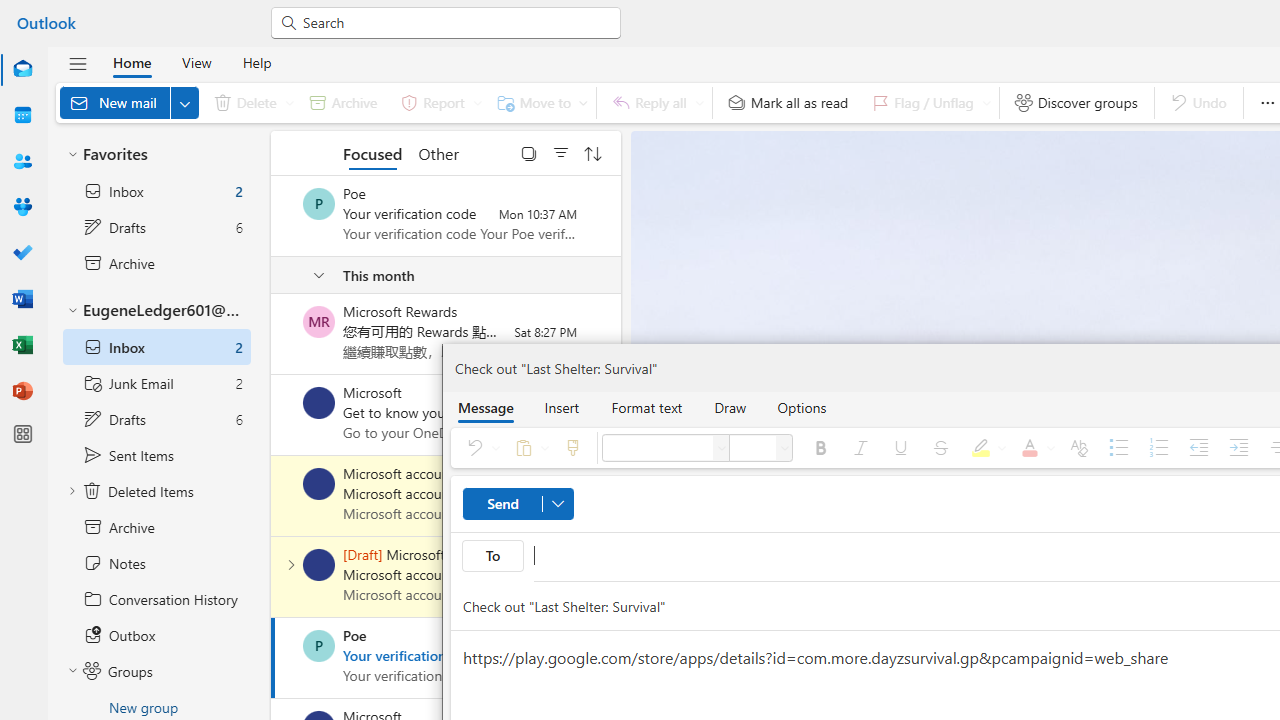  What do you see at coordinates (249, 102) in the screenshot?
I see `'Delete'` at bounding box center [249, 102].